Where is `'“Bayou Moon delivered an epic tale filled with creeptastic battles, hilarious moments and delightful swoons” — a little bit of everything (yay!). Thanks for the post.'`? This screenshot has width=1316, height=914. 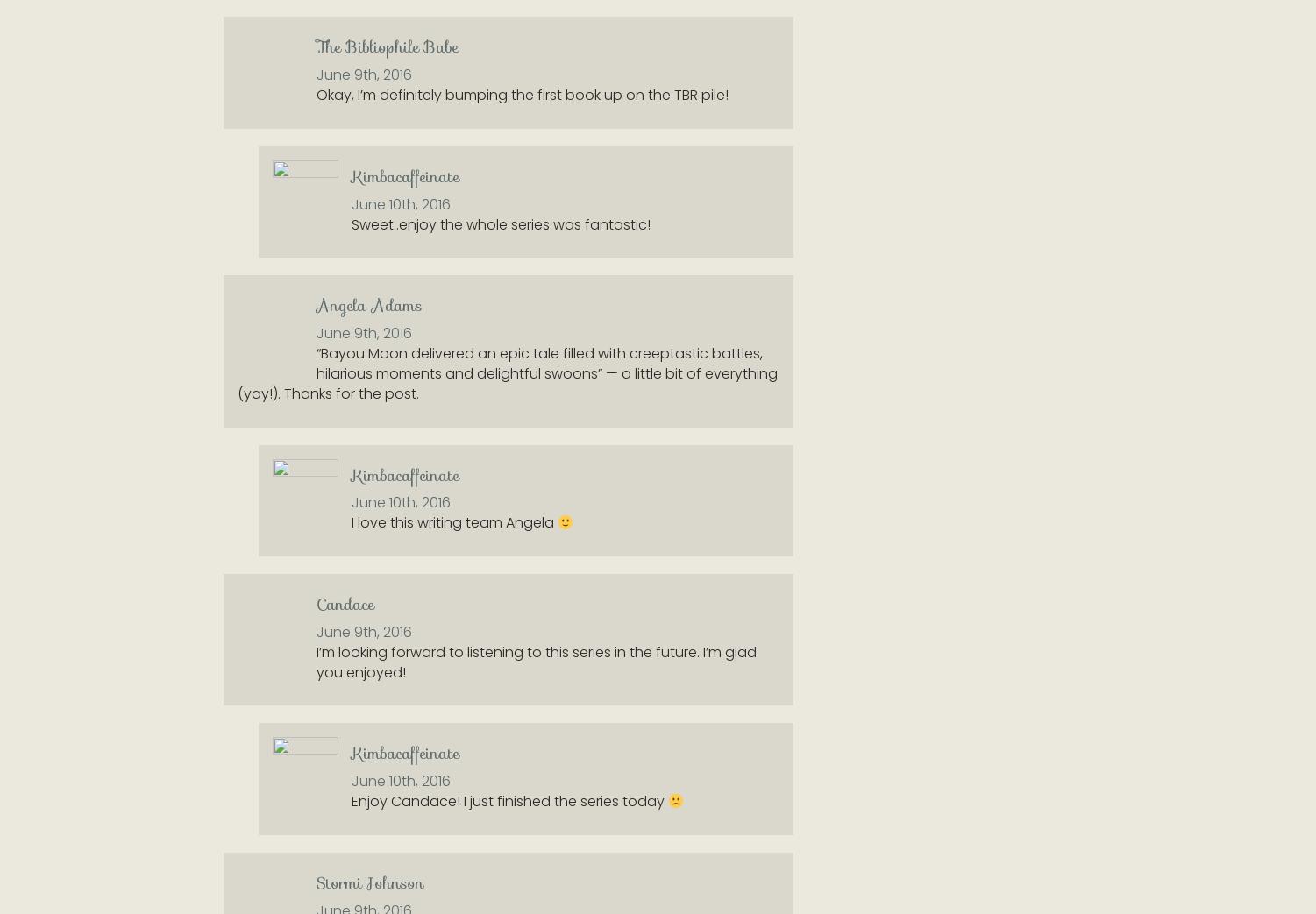
'“Bayou Moon delivered an epic tale filled with creeptastic battles, hilarious moments and delightful swoons” — a little bit of everything (yay!). Thanks for the post.' is located at coordinates (507, 372).